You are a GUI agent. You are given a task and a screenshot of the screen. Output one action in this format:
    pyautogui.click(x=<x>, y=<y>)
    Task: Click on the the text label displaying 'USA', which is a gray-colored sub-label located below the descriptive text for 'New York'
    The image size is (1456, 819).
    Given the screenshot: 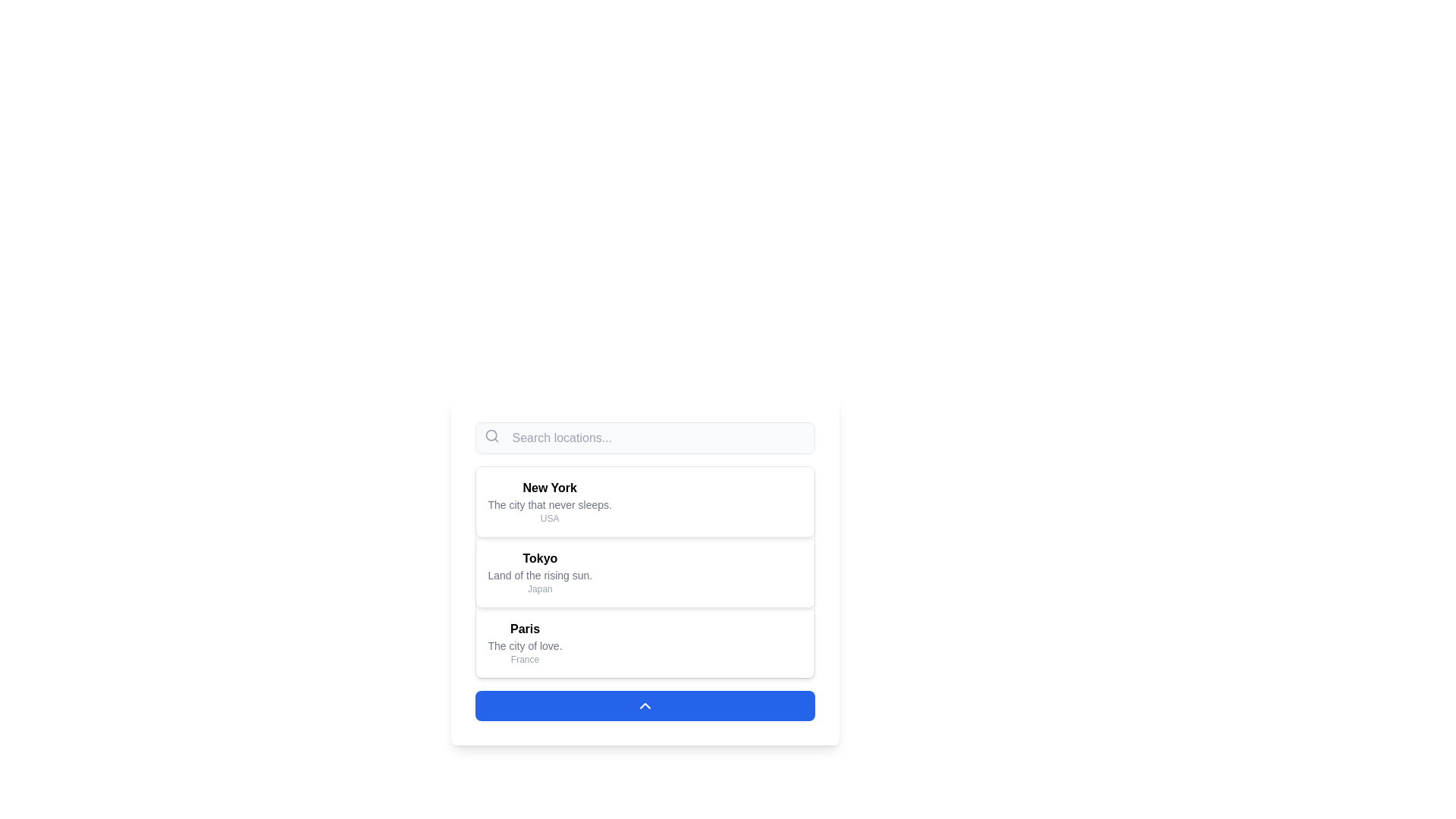 What is the action you would take?
    pyautogui.click(x=549, y=517)
    